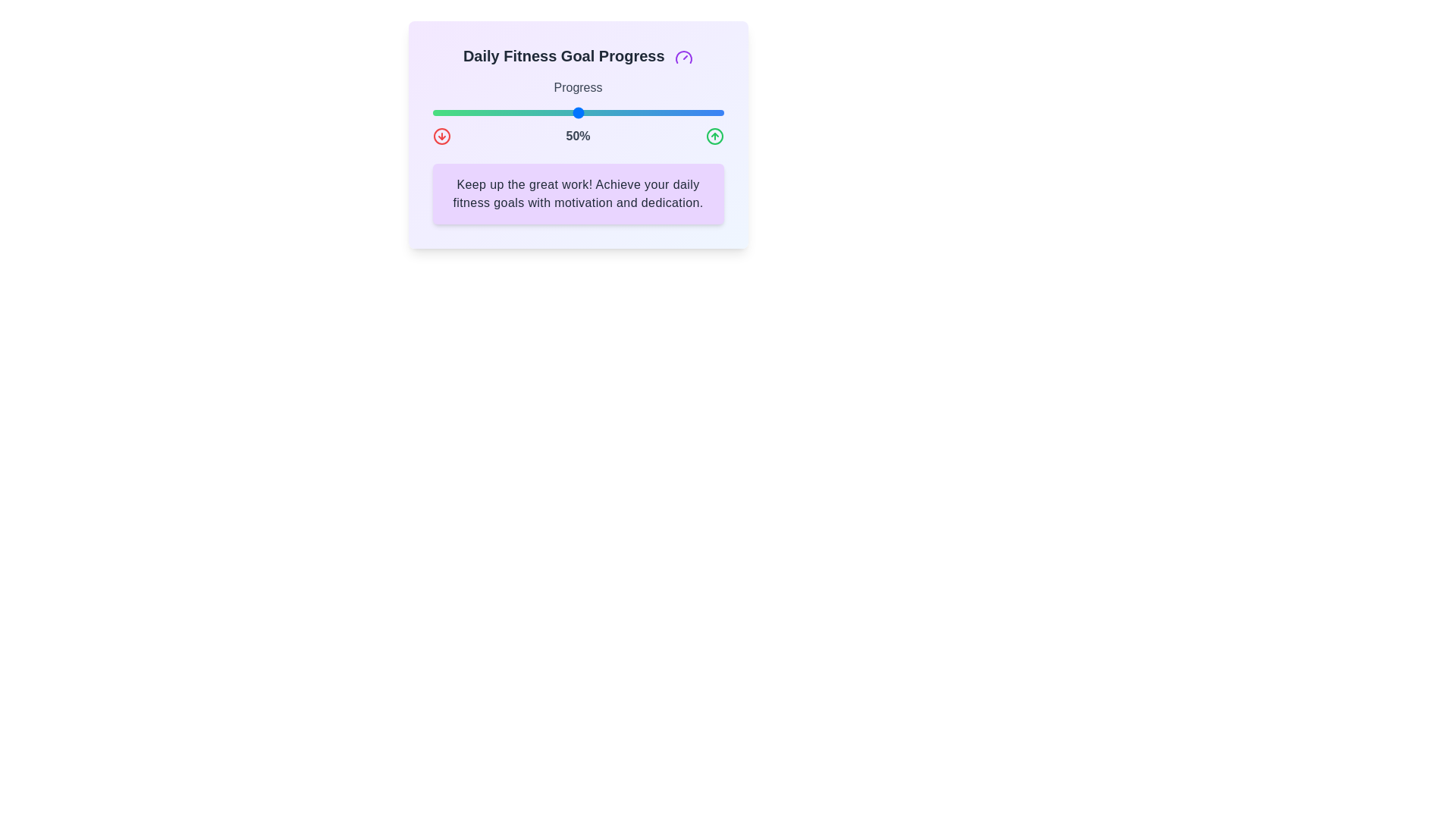 The image size is (1456, 819). I want to click on the slider to set the progress to 69%, so click(633, 112).